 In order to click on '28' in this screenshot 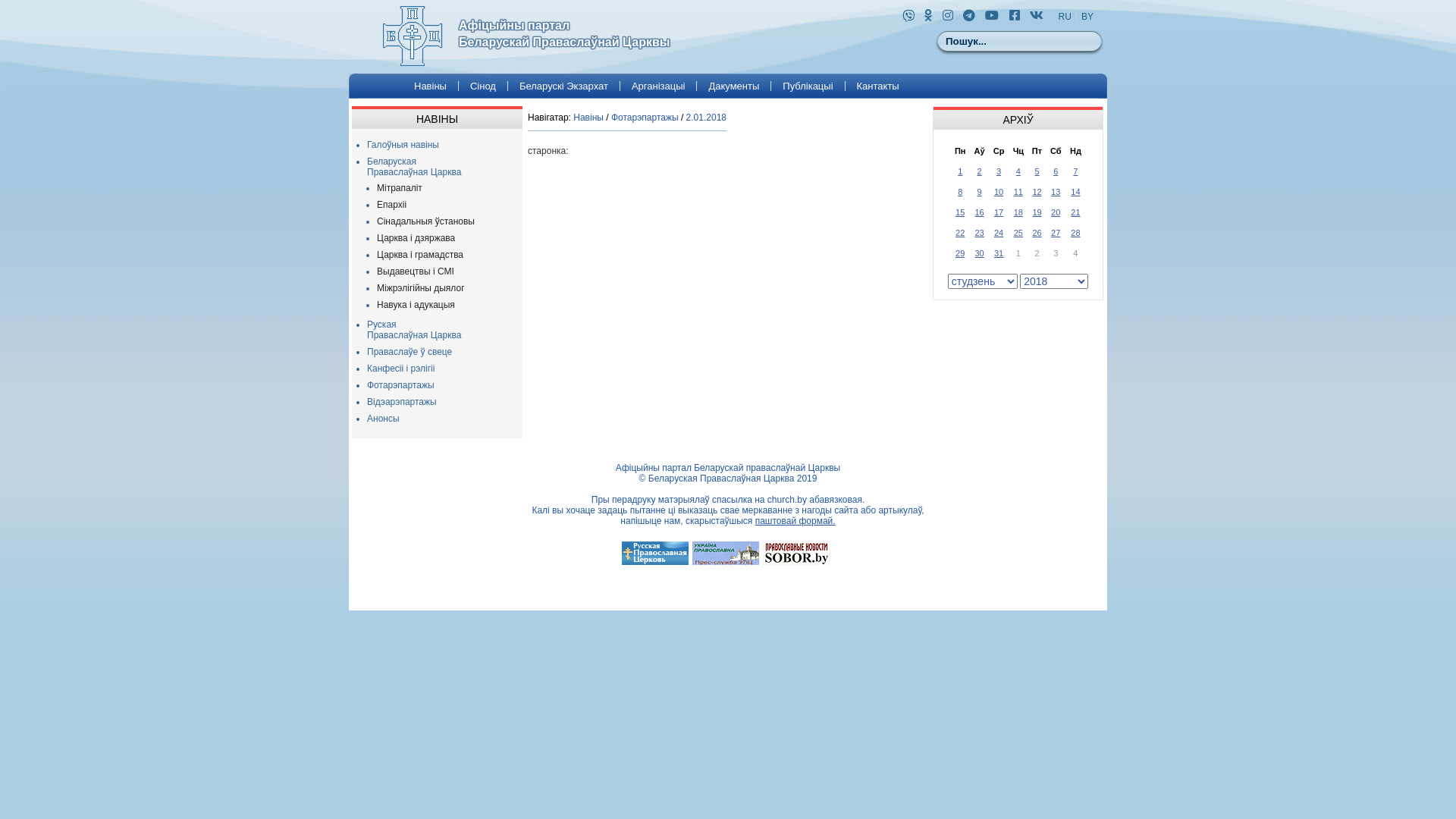, I will do `click(1074, 231)`.